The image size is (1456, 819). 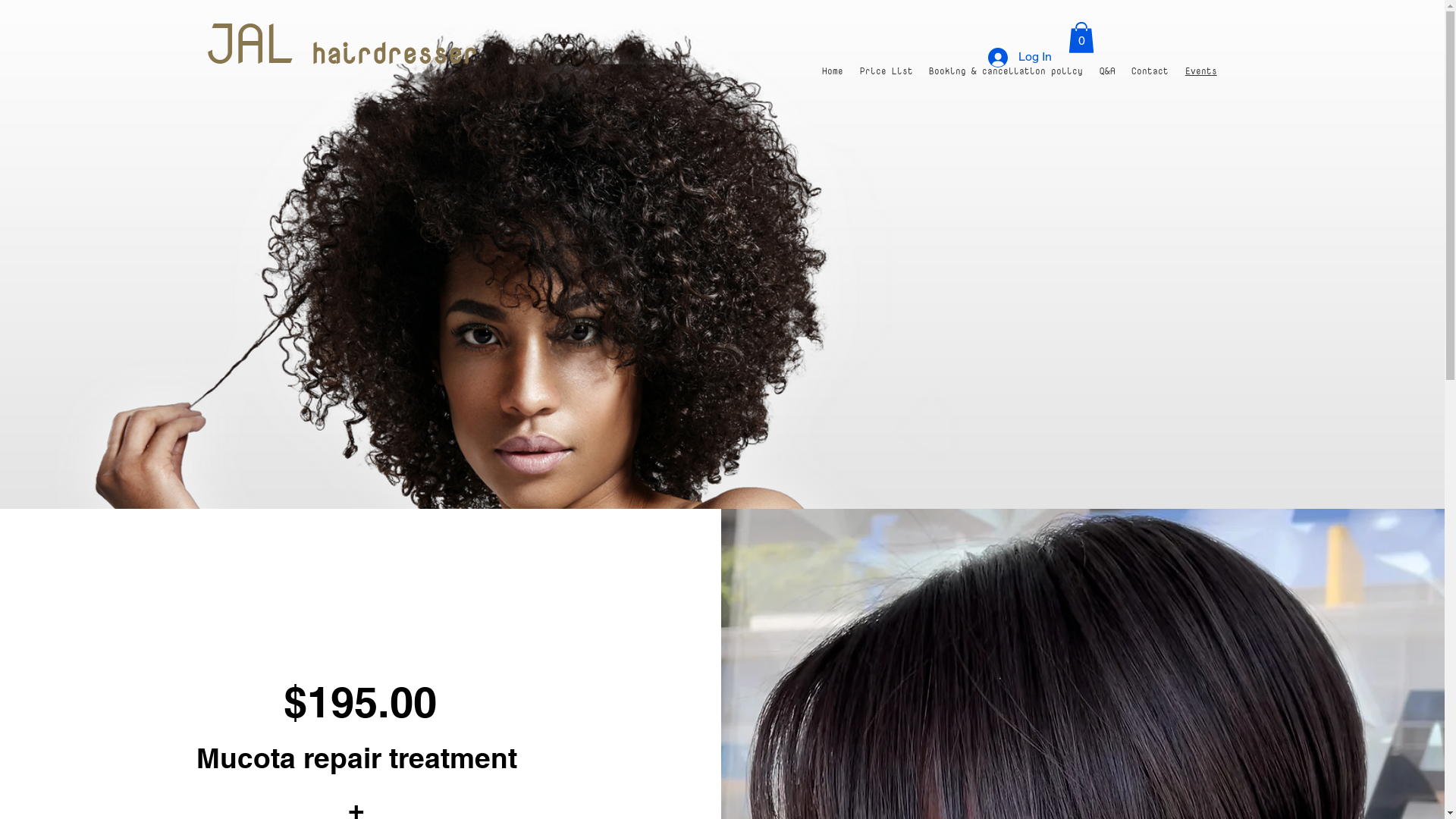 I want to click on 'Booking & cancellation policy', so click(x=920, y=71).